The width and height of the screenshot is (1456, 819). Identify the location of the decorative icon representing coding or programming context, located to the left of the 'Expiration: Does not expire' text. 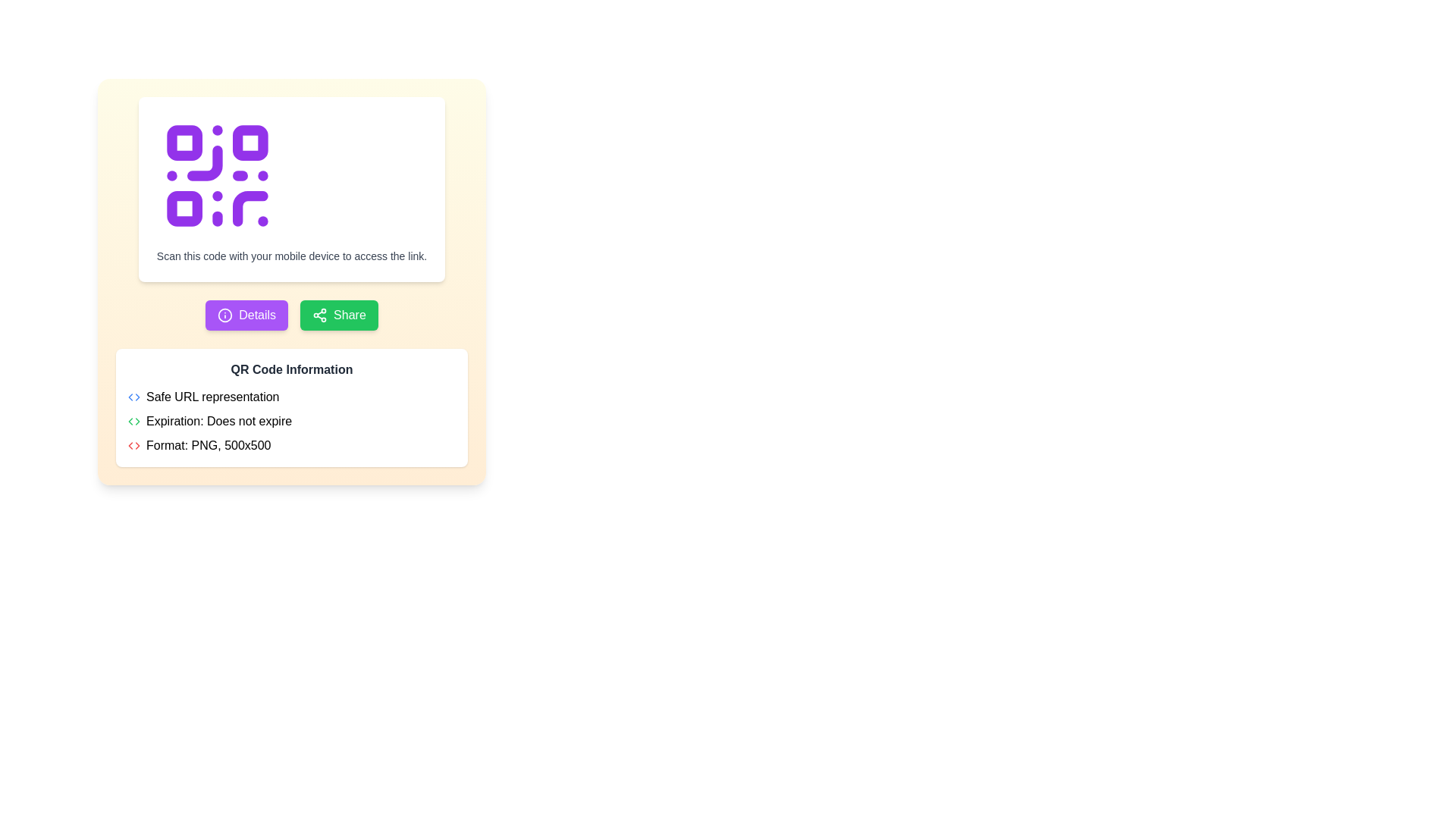
(134, 421).